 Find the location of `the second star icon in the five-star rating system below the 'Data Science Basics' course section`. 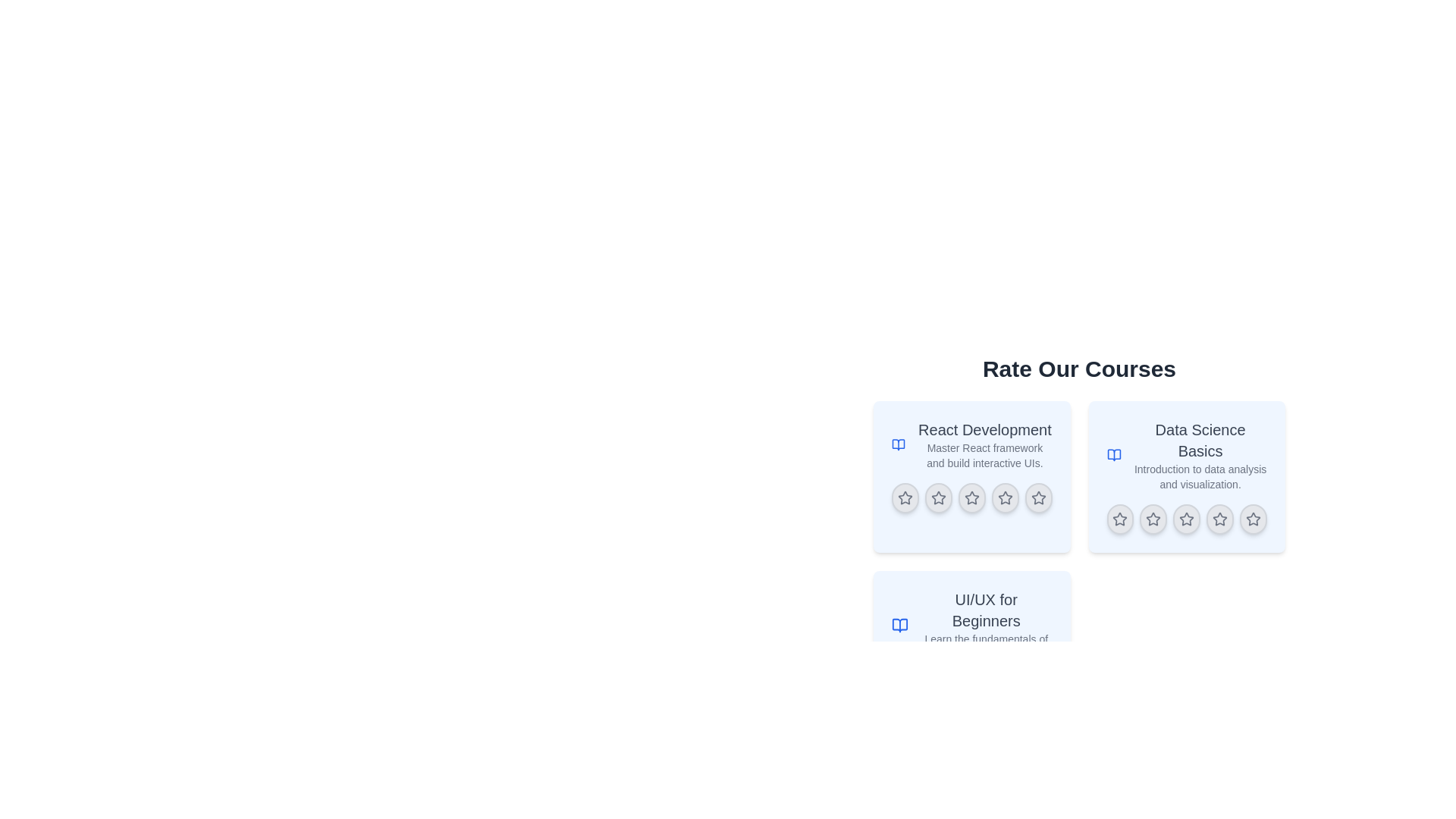

the second star icon in the five-star rating system below the 'Data Science Basics' course section is located at coordinates (1153, 519).